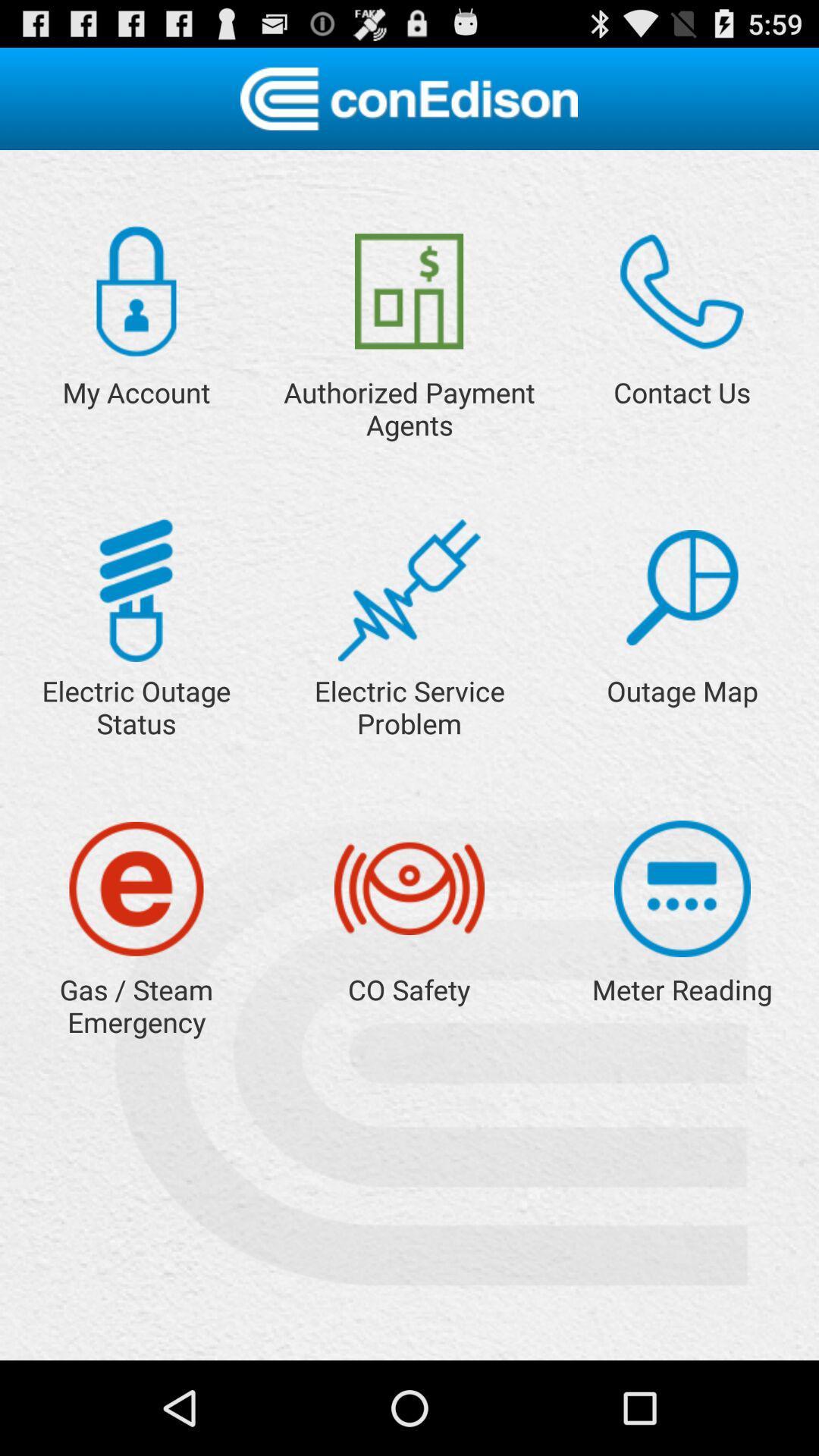 This screenshot has width=819, height=1456. What do you see at coordinates (408, 291) in the screenshot?
I see `the item next to the my account app` at bounding box center [408, 291].